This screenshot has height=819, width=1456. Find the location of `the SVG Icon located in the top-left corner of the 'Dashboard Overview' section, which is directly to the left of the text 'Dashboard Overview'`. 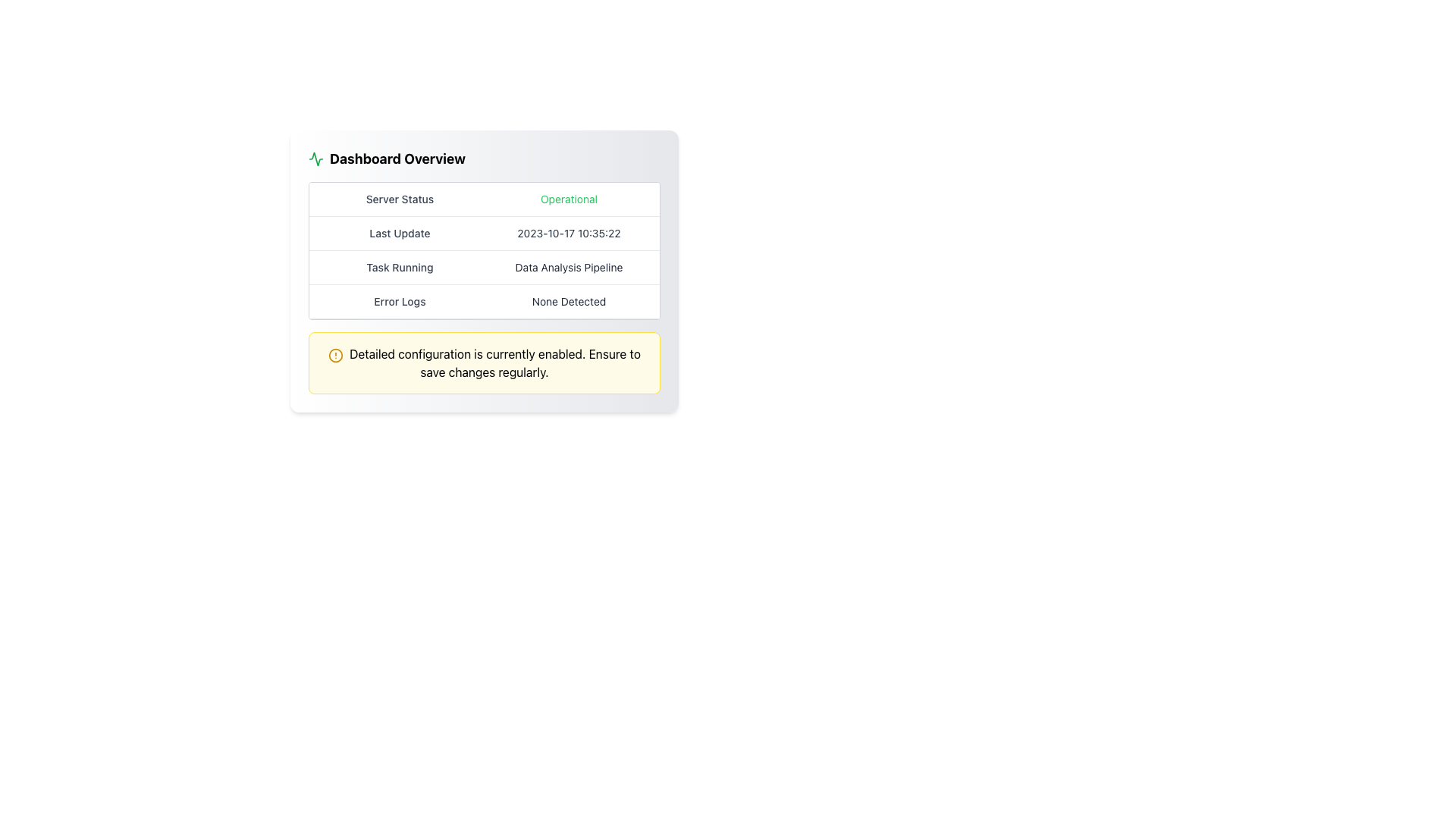

the SVG Icon located in the top-left corner of the 'Dashboard Overview' section, which is directly to the left of the text 'Dashboard Overview' is located at coordinates (315, 158).